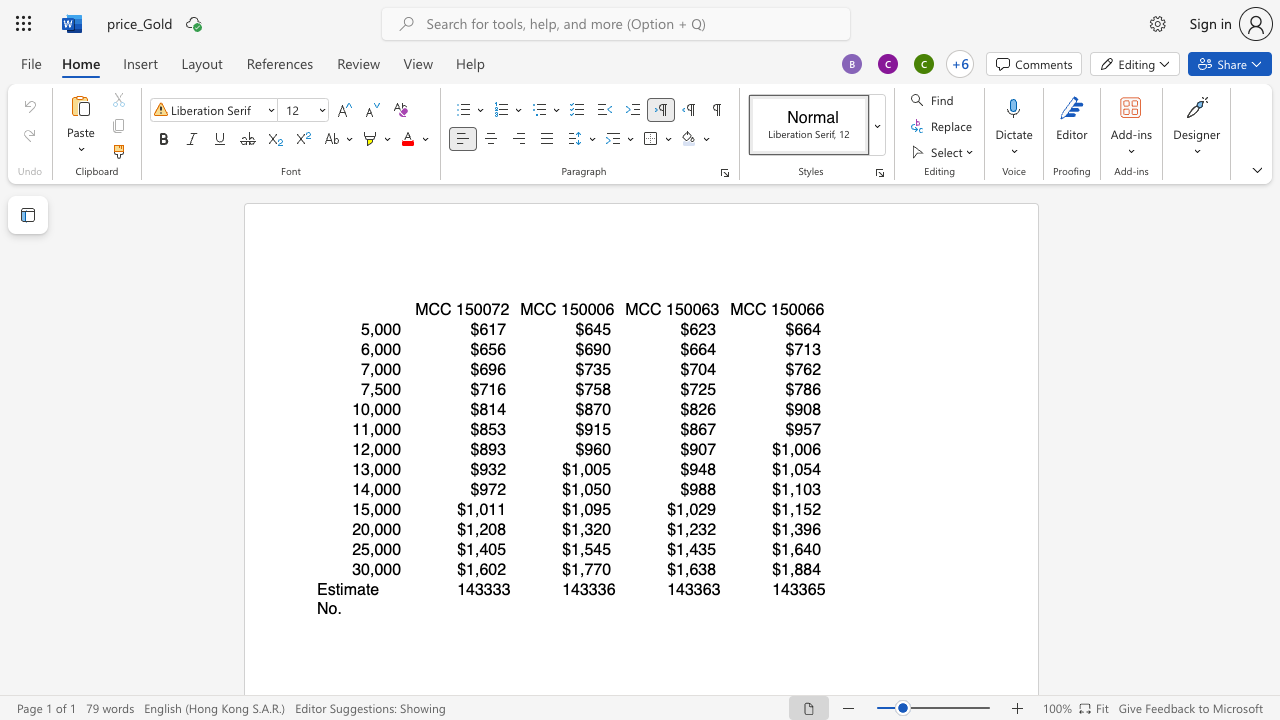 This screenshot has height=720, width=1280. Describe the element at coordinates (427, 309) in the screenshot. I see `the space between the continuous character "M" and "C" in the text` at that location.